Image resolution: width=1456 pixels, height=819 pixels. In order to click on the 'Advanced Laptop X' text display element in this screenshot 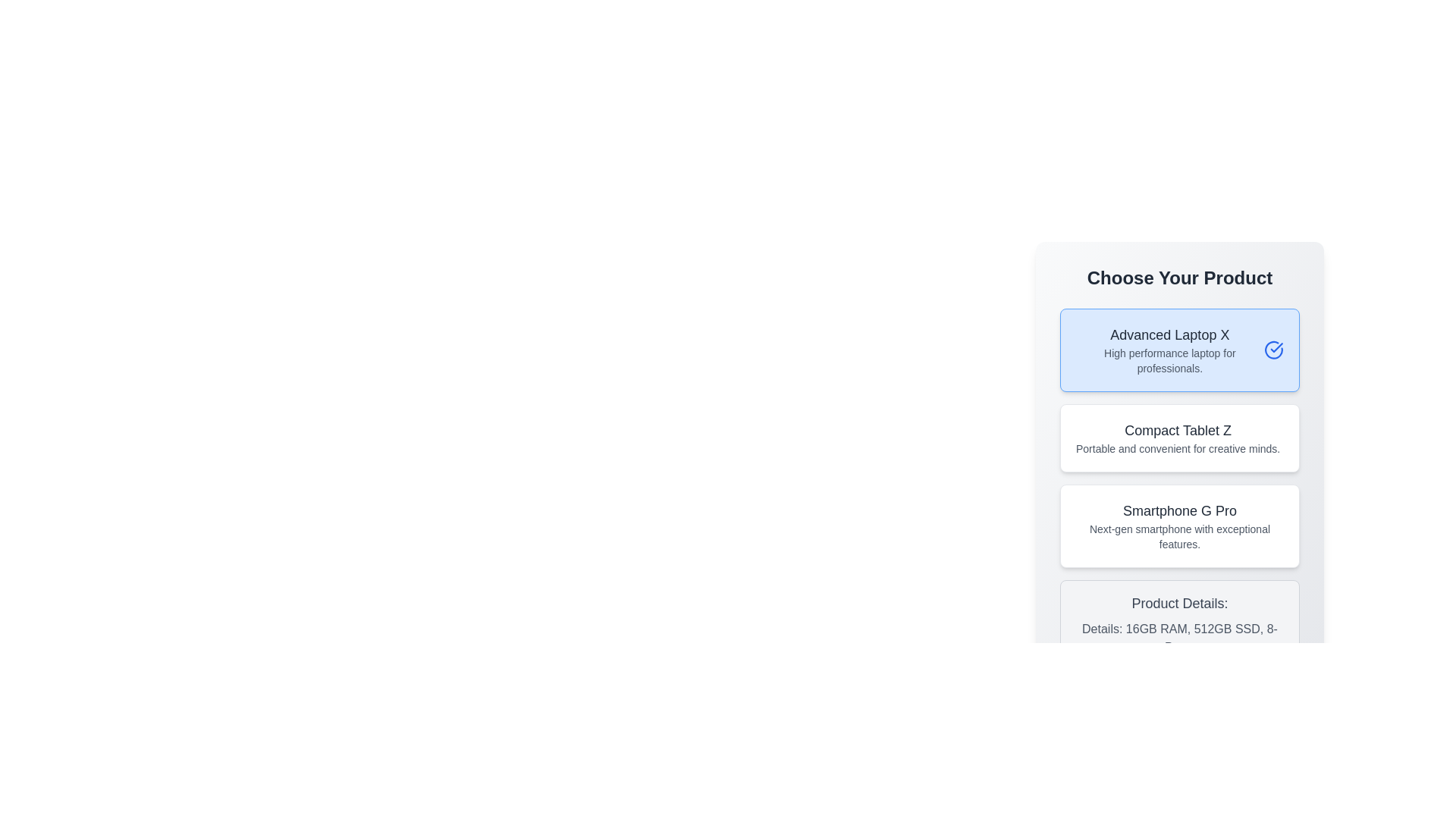, I will do `click(1169, 350)`.